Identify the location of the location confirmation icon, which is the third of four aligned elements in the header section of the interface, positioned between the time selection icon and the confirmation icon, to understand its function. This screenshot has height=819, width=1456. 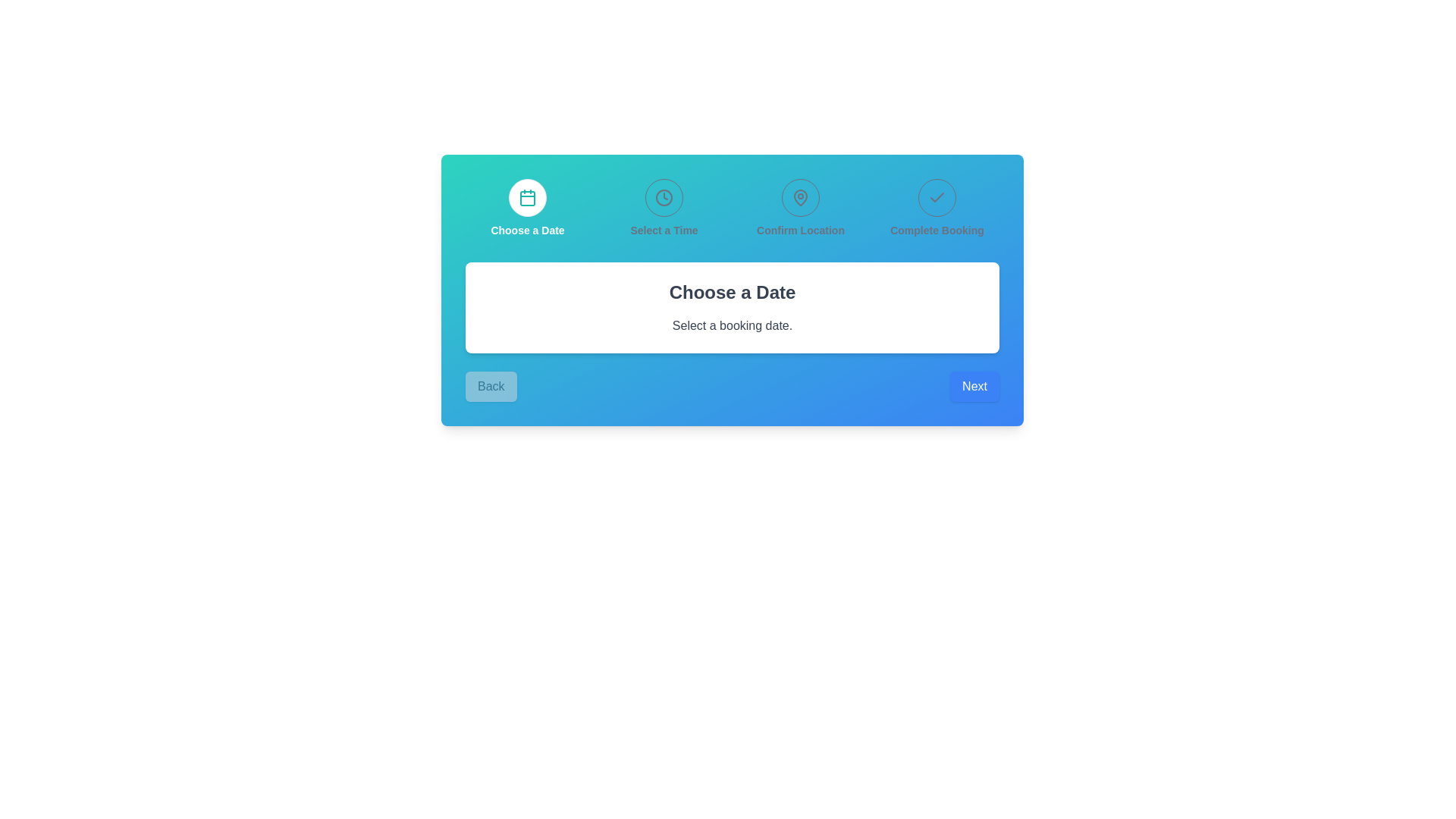
(800, 197).